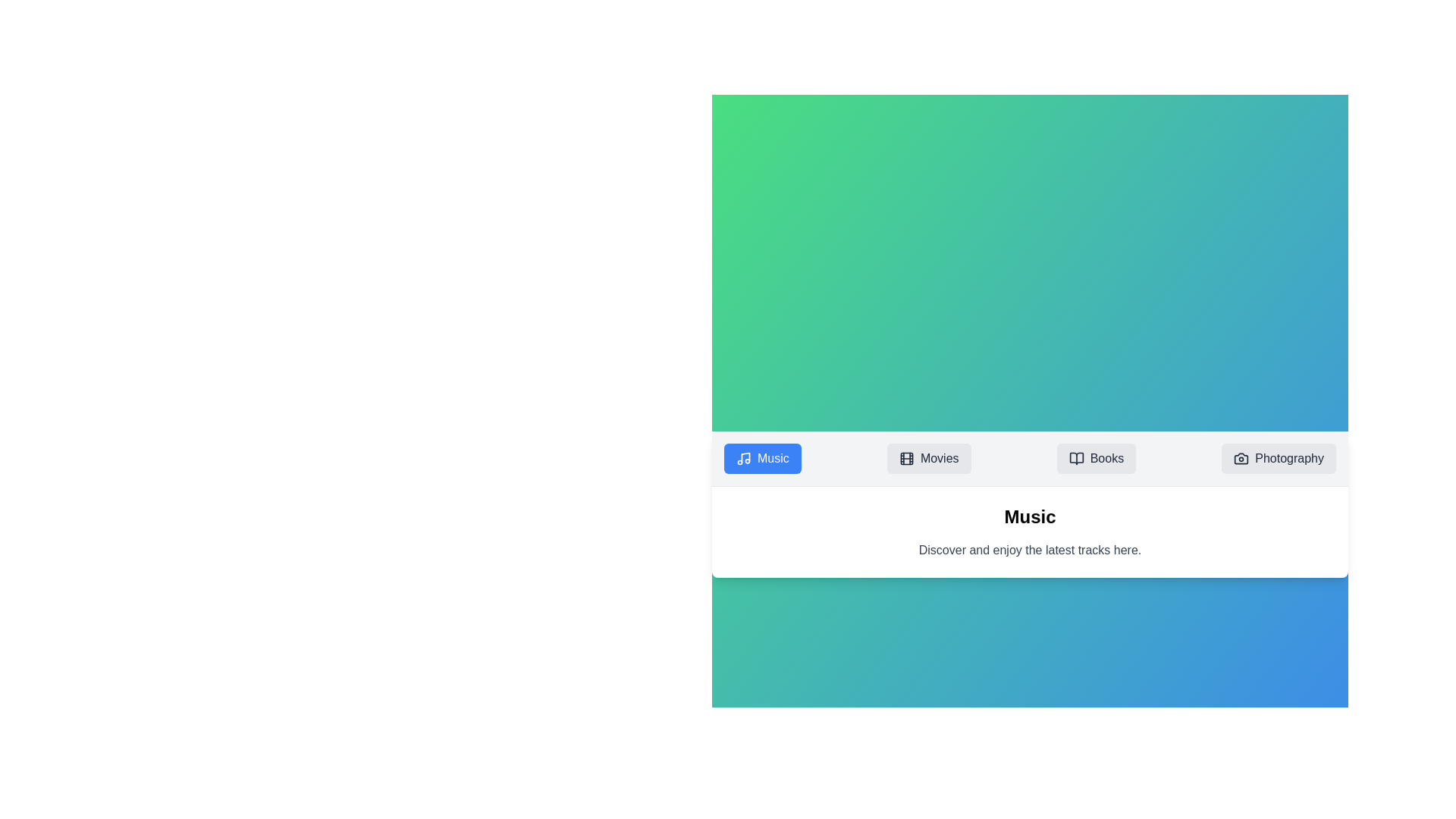 This screenshot has height=819, width=1456. I want to click on the 'Photography' text label located in the navigation bar at the top right, so click(1288, 457).